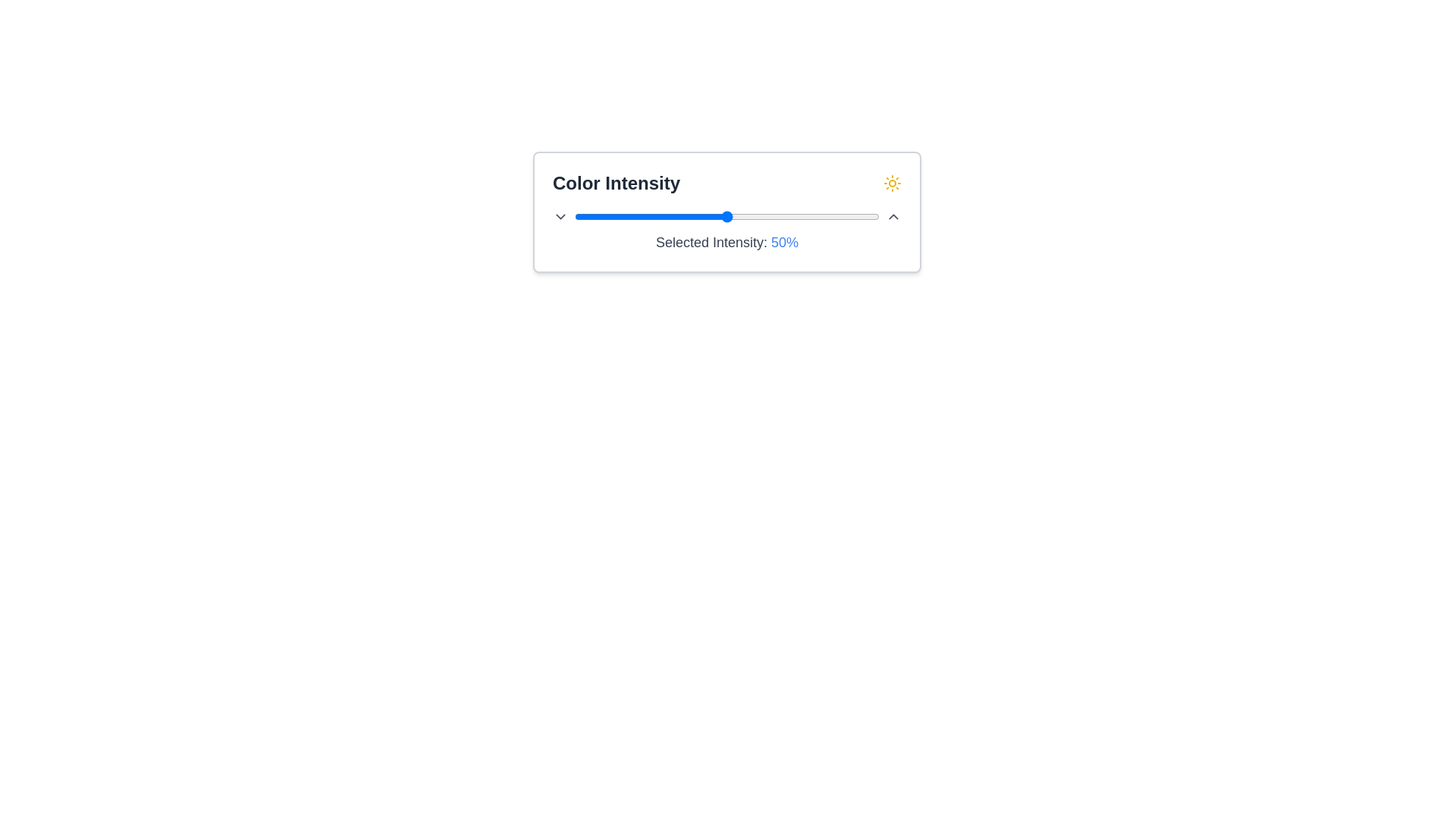 The width and height of the screenshot is (1456, 819). What do you see at coordinates (560, 216) in the screenshot?
I see `the first icon on the left, which serves as a toggle or dropdown indicator` at bounding box center [560, 216].